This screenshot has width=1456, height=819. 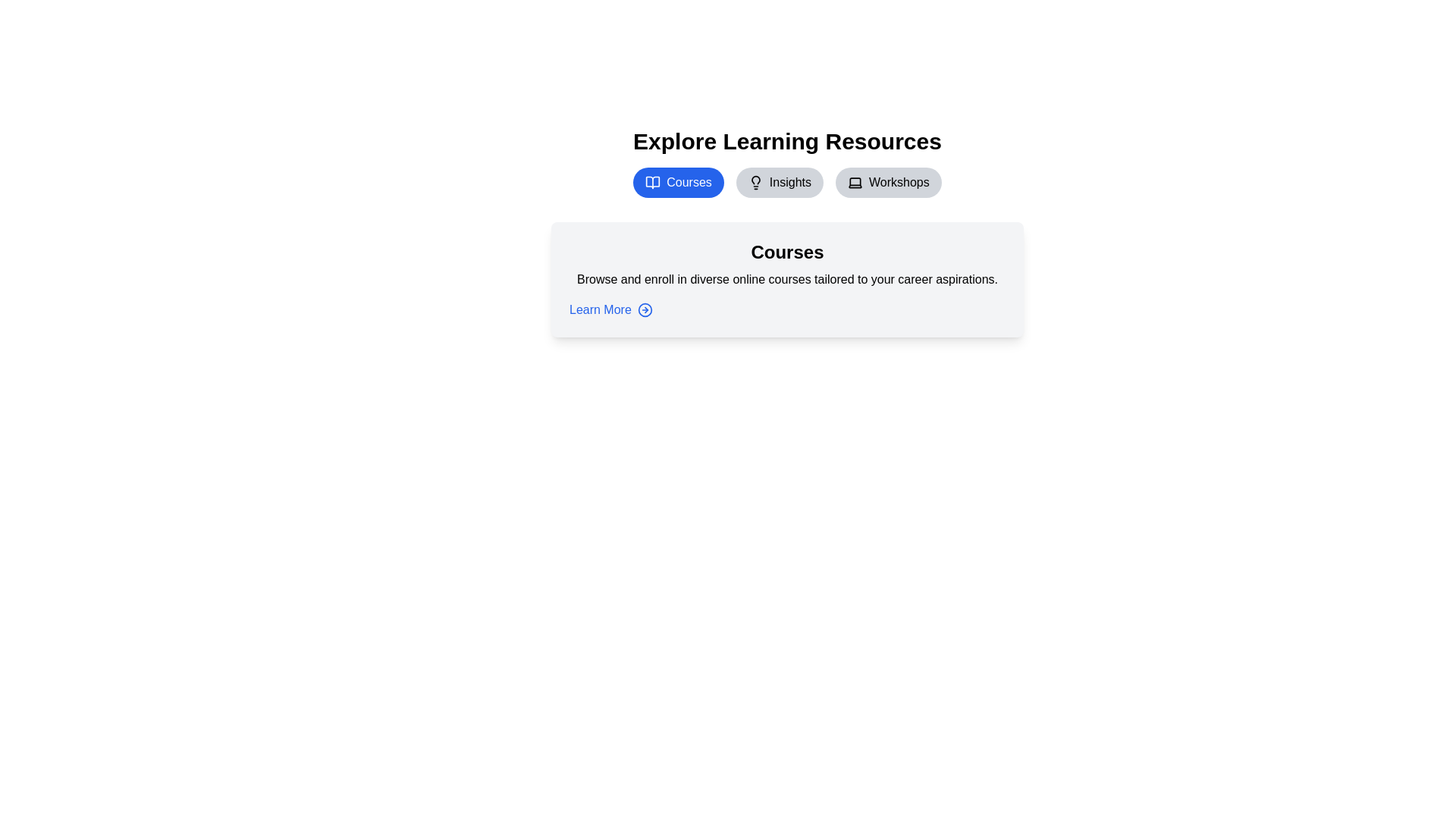 I want to click on the tab titled Insights, so click(x=780, y=181).